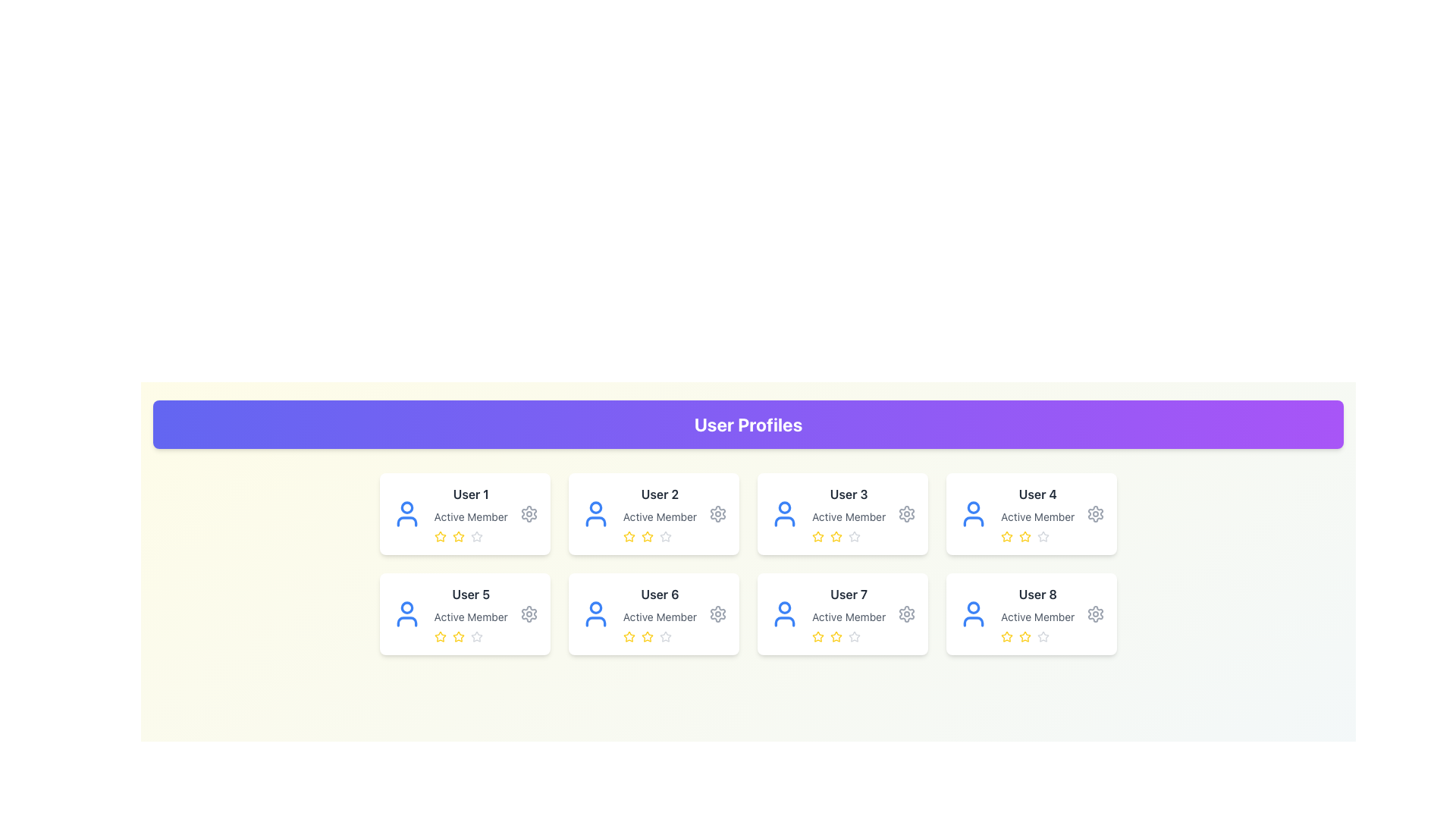  What do you see at coordinates (529, 614) in the screenshot?
I see `the cogwheel-shaped icon button located in the second row, first column of the grid layout under the tile labeled 'User 5'` at bounding box center [529, 614].